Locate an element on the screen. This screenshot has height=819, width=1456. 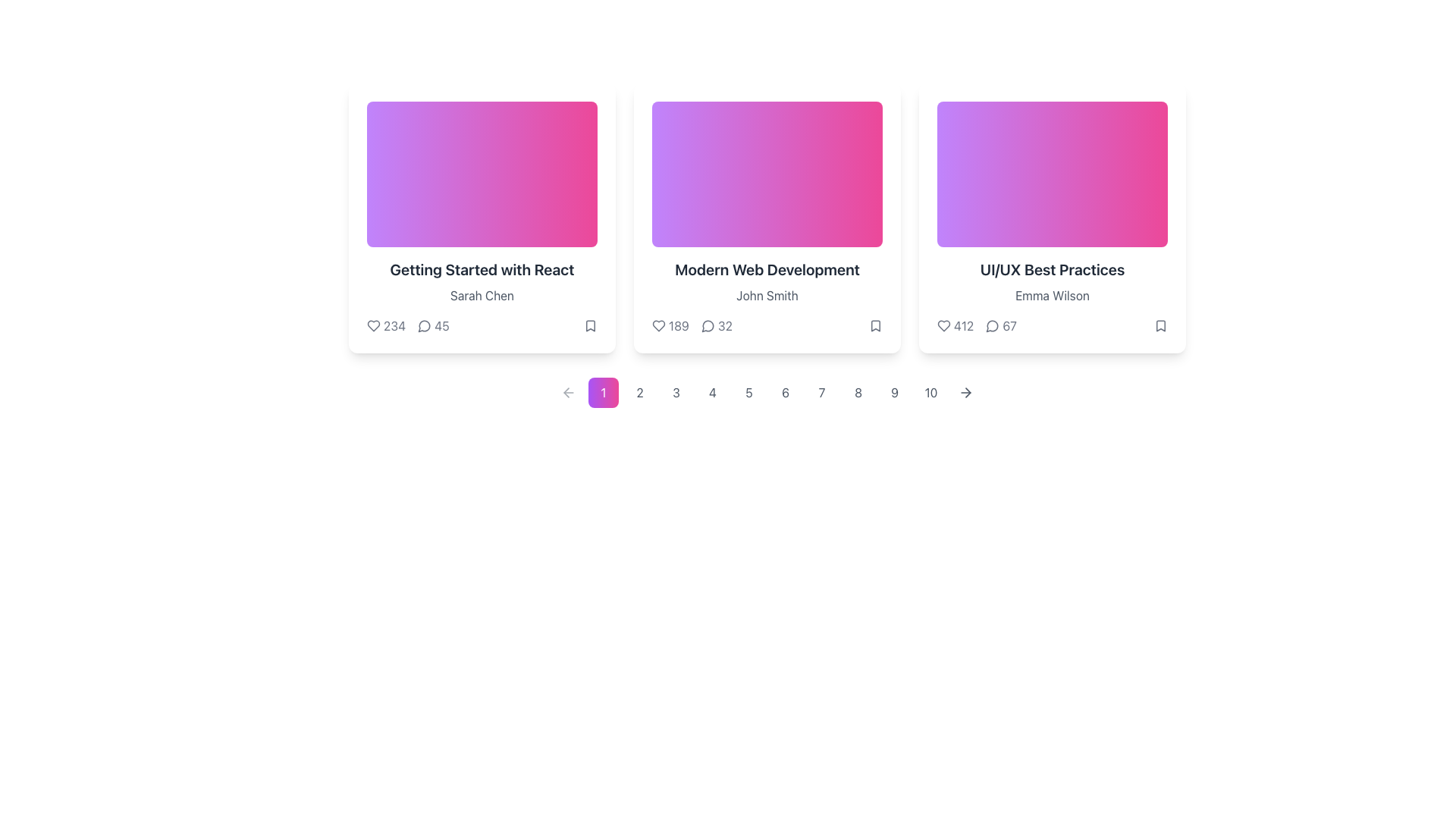
the third interactive numeric indicator with an icon located to the right of the '189' heart icon in the 'Modern Web Development' card for accessibility navigation is located at coordinates (716, 325).